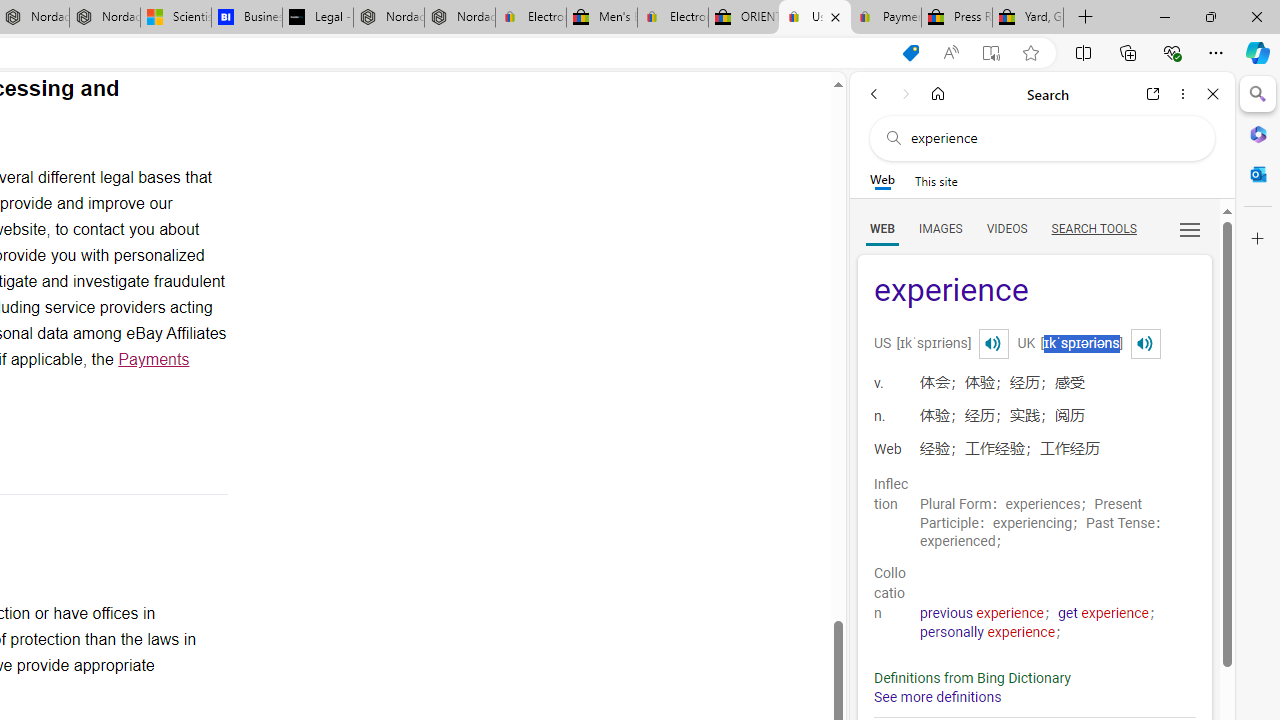 This screenshot has width=1280, height=720. Describe the element at coordinates (937, 696) in the screenshot. I see `'See more definitions'` at that location.